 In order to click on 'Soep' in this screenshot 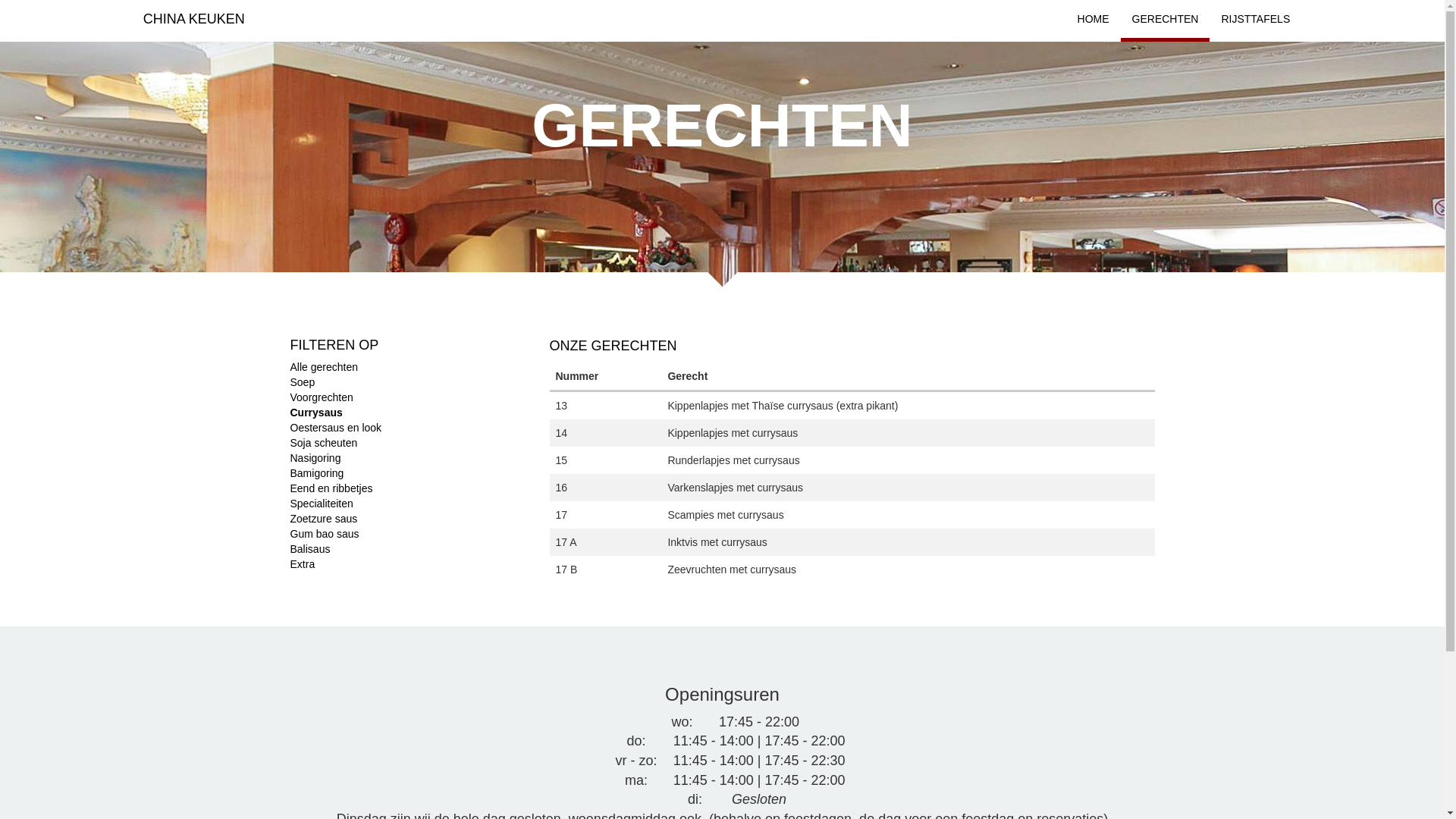, I will do `click(302, 381)`.